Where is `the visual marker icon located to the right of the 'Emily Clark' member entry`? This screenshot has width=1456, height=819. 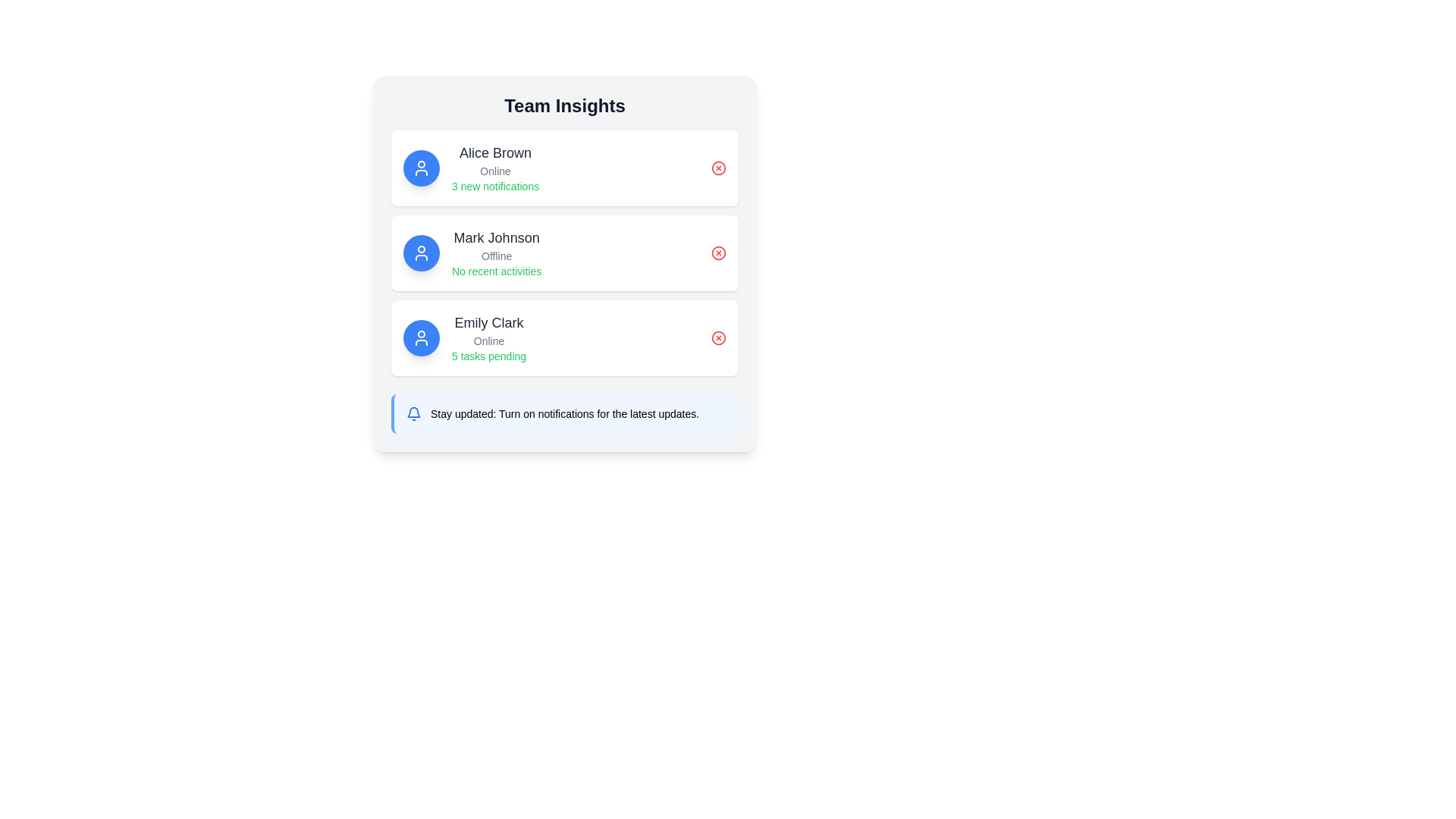
the visual marker icon located to the right of the 'Emily Clark' member entry is located at coordinates (718, 337).